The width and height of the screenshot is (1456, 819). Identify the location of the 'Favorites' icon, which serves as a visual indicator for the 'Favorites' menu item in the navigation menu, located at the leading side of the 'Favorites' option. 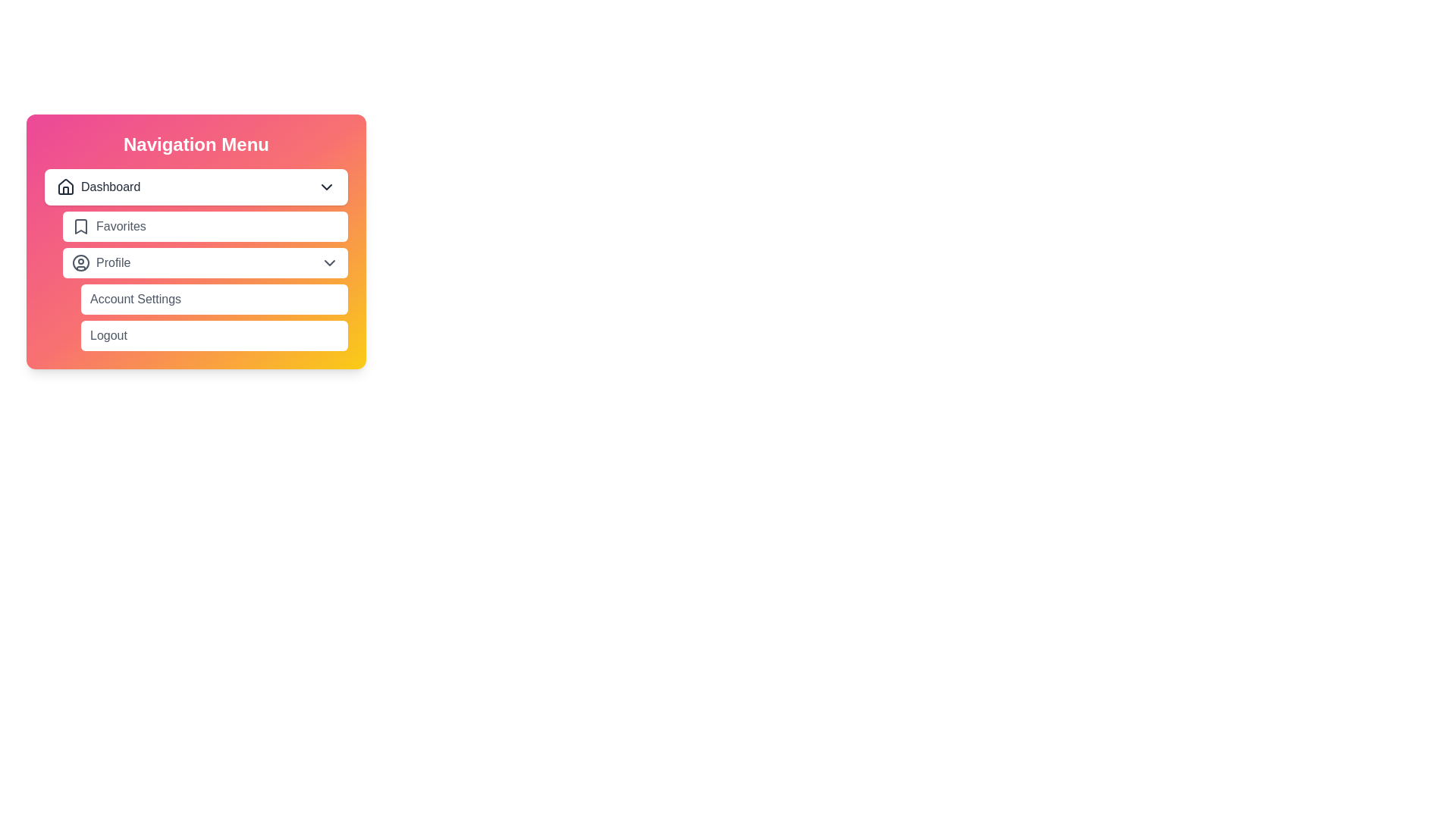
(80, 227).